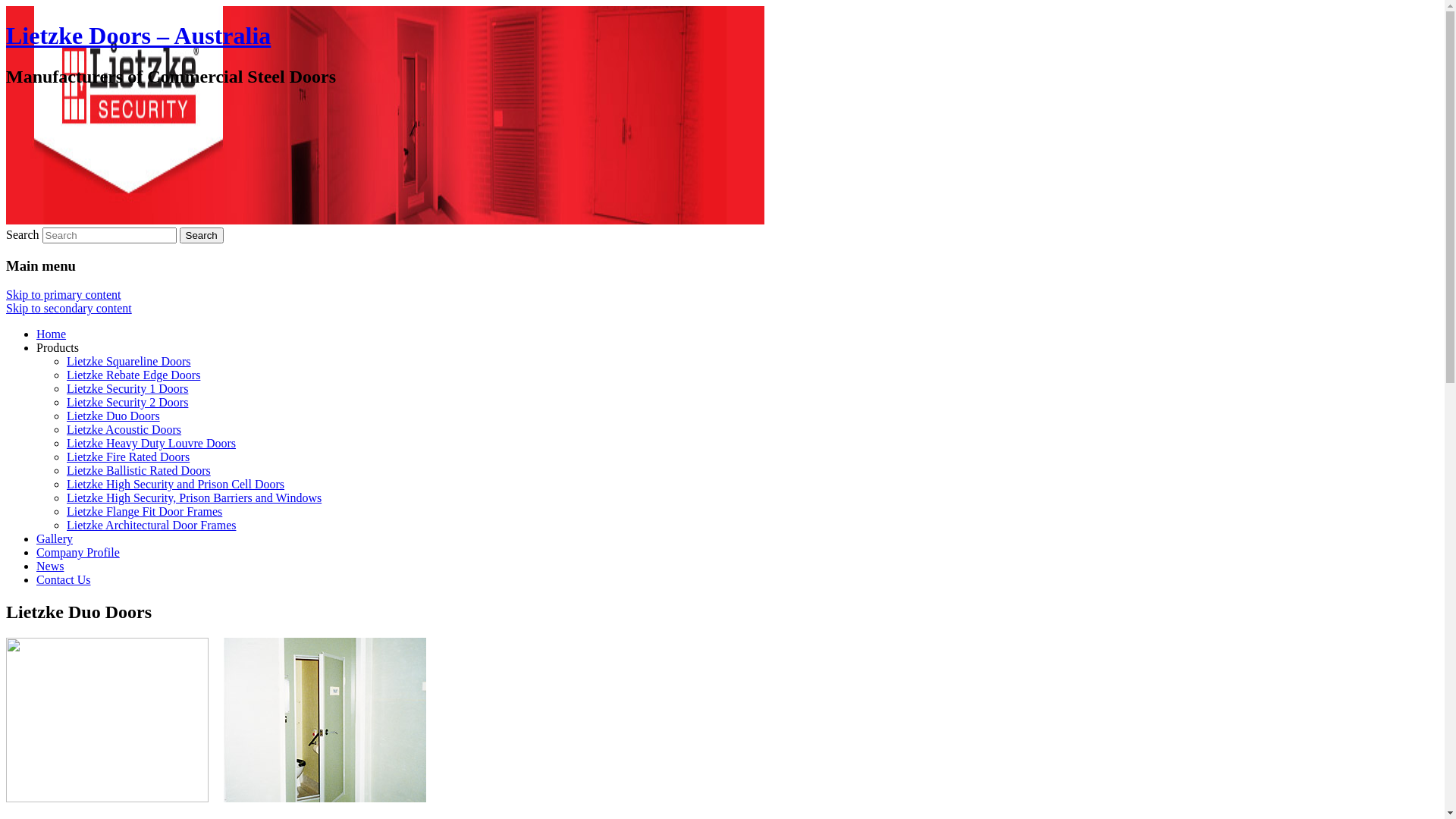 The height and width of the screenshot is (819, 1456). What do you see at coordinates (50, 566) in the screenshot?
I see `'News'` at bounding box center [50, 566].